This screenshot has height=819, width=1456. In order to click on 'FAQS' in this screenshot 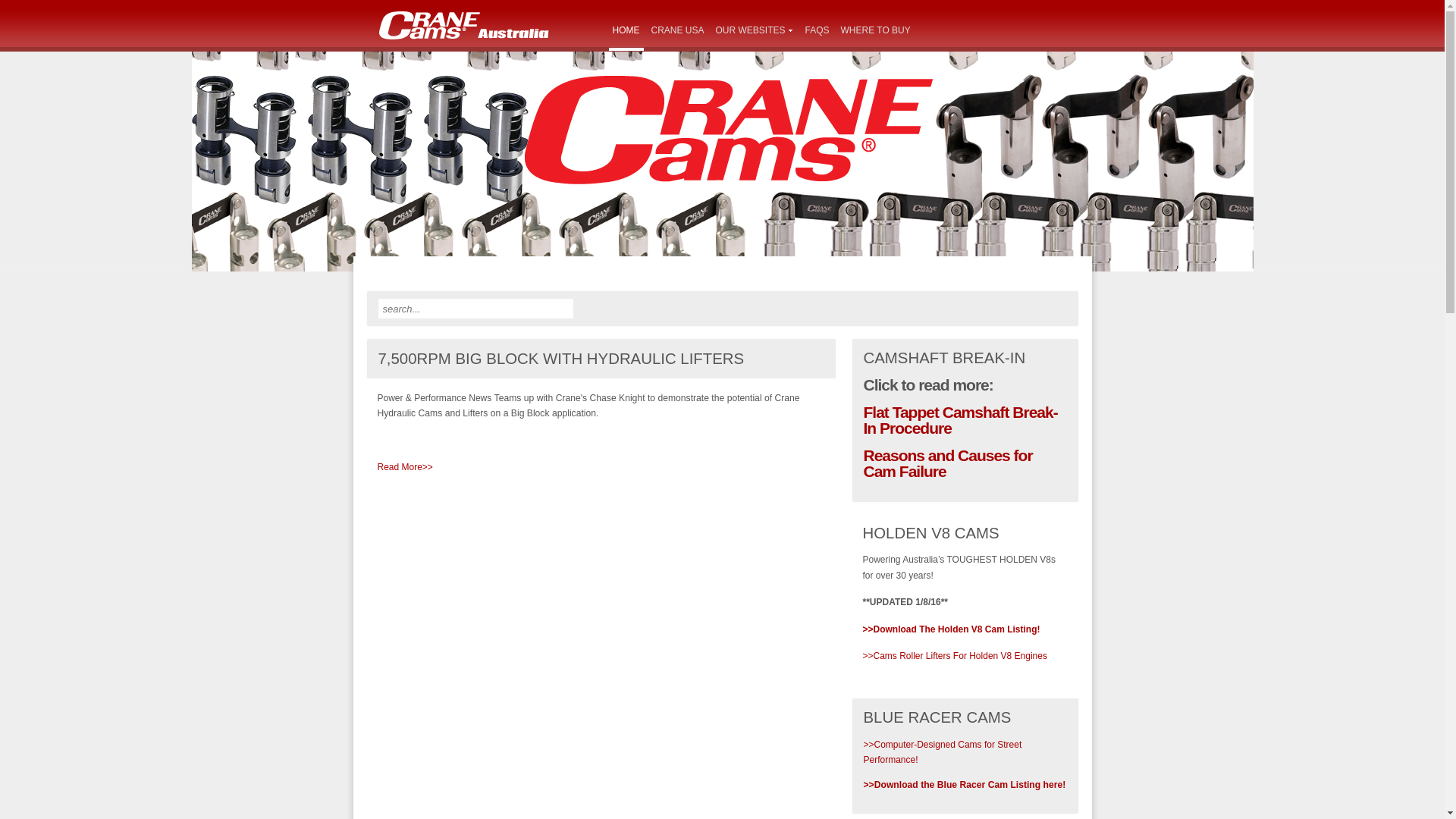, I will do `click(817, 31)`.